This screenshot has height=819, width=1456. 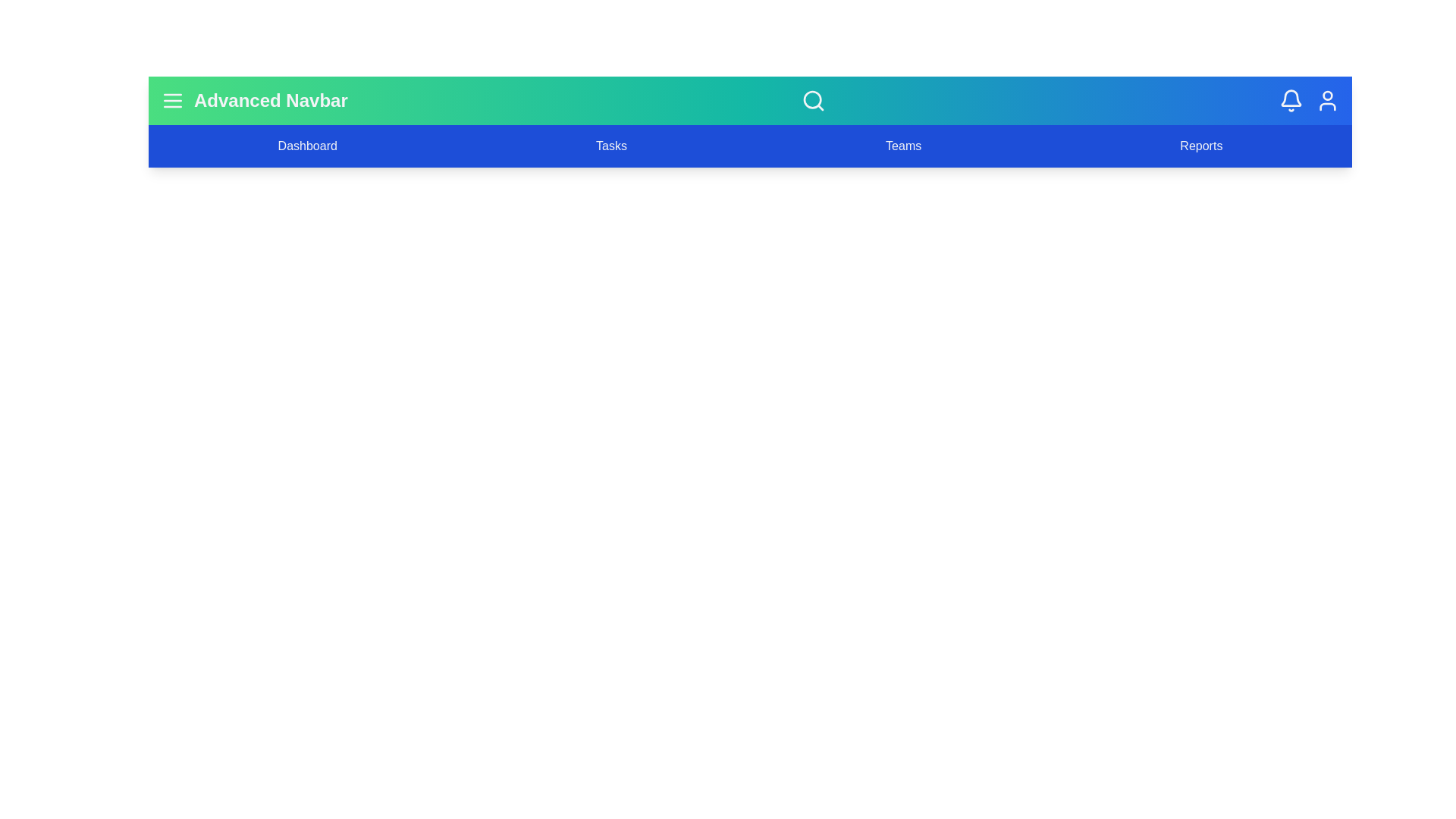 What do you see at coordinates (306, 146) in the screenshot?
I see `the navigation item Dashboard to navigate to its corresponding section` at bounding box center [306, 146].